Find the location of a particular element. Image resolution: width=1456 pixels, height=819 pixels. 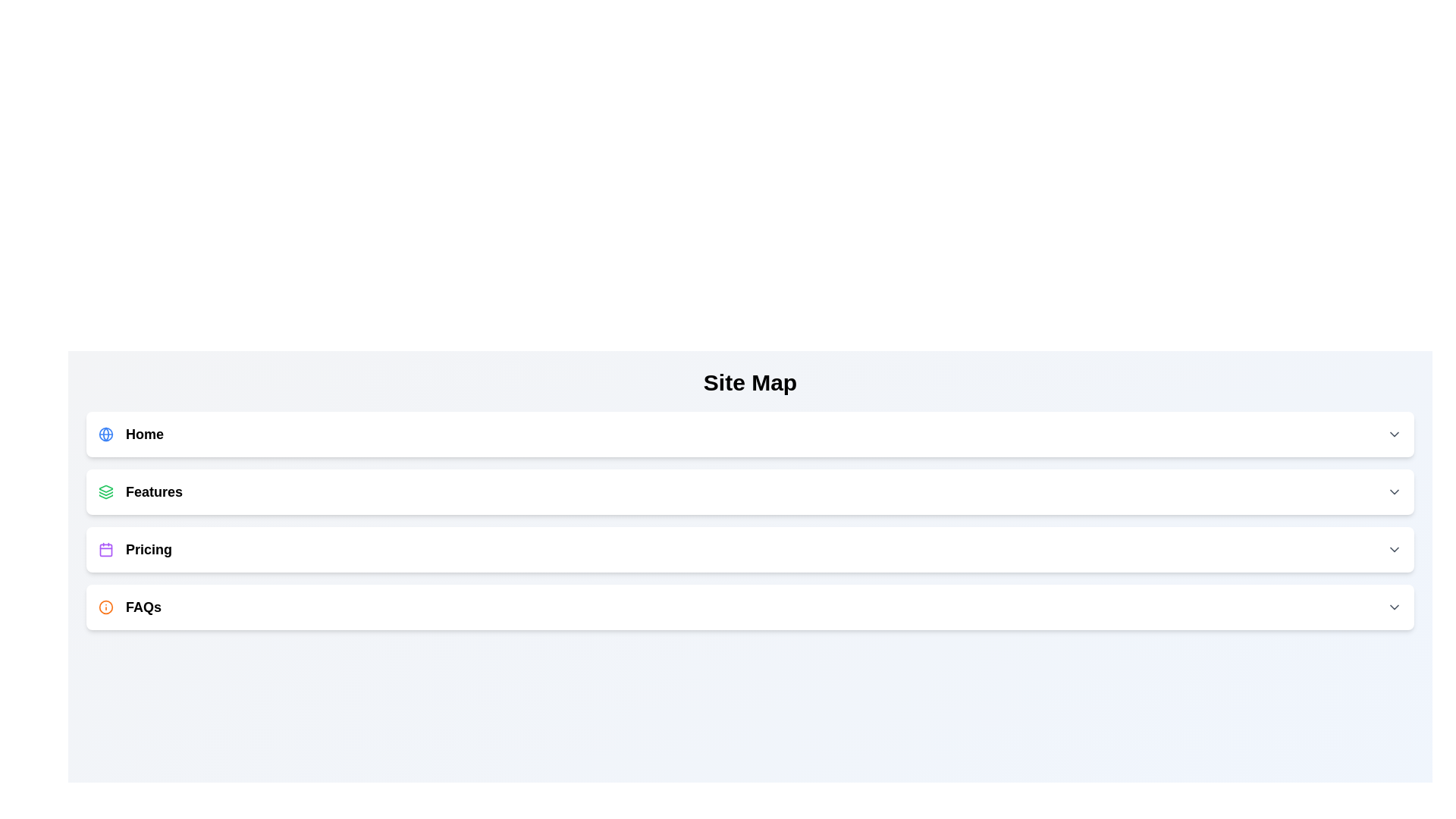

the 'FAQs' label, which is the fourth item in the list is located at coordinates (130, 607).